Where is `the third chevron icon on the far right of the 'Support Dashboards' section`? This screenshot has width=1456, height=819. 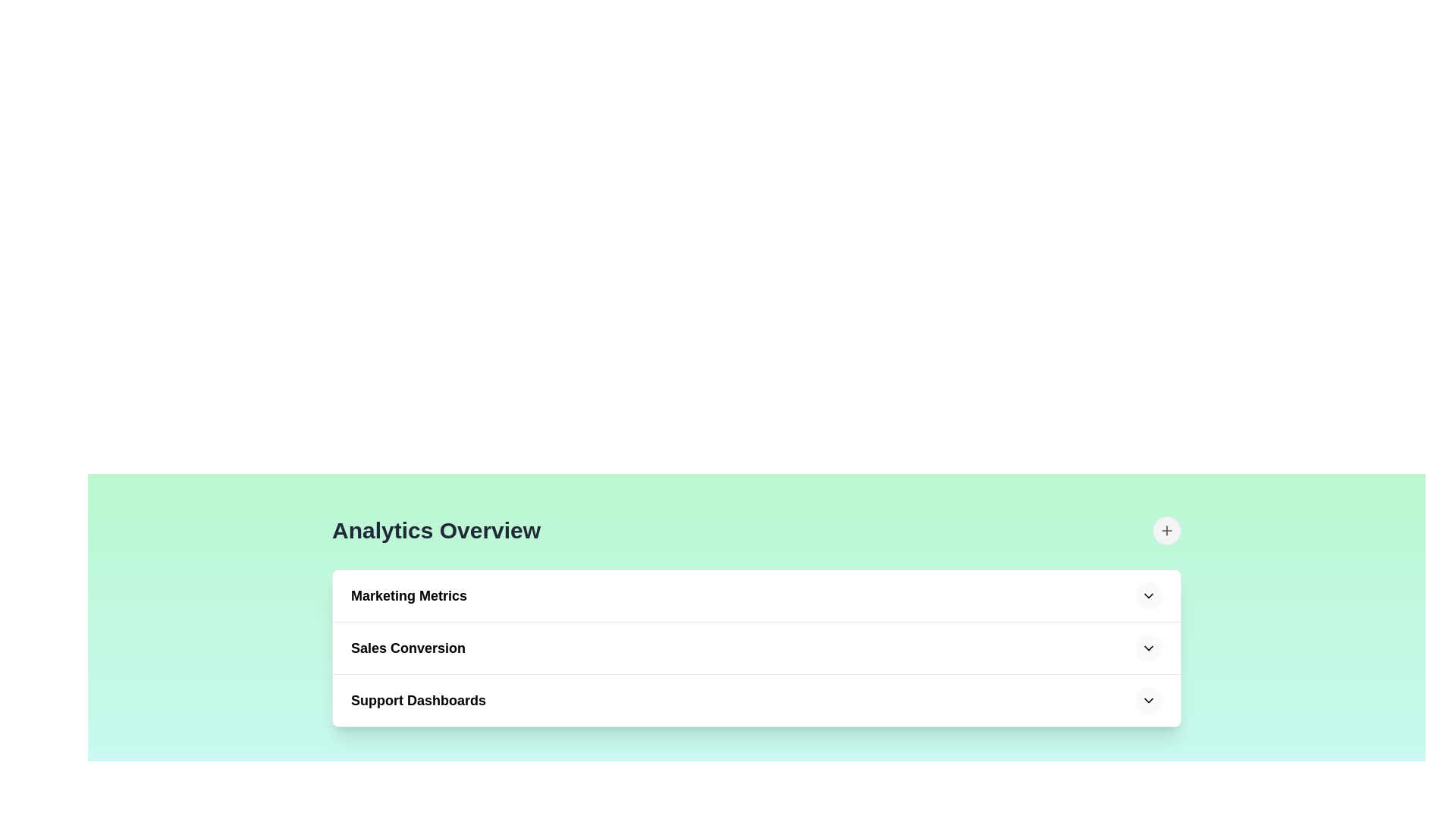 the third chevron icon on the far right of the 'Support Dashboards' section is located at coordinates (1149, 701).